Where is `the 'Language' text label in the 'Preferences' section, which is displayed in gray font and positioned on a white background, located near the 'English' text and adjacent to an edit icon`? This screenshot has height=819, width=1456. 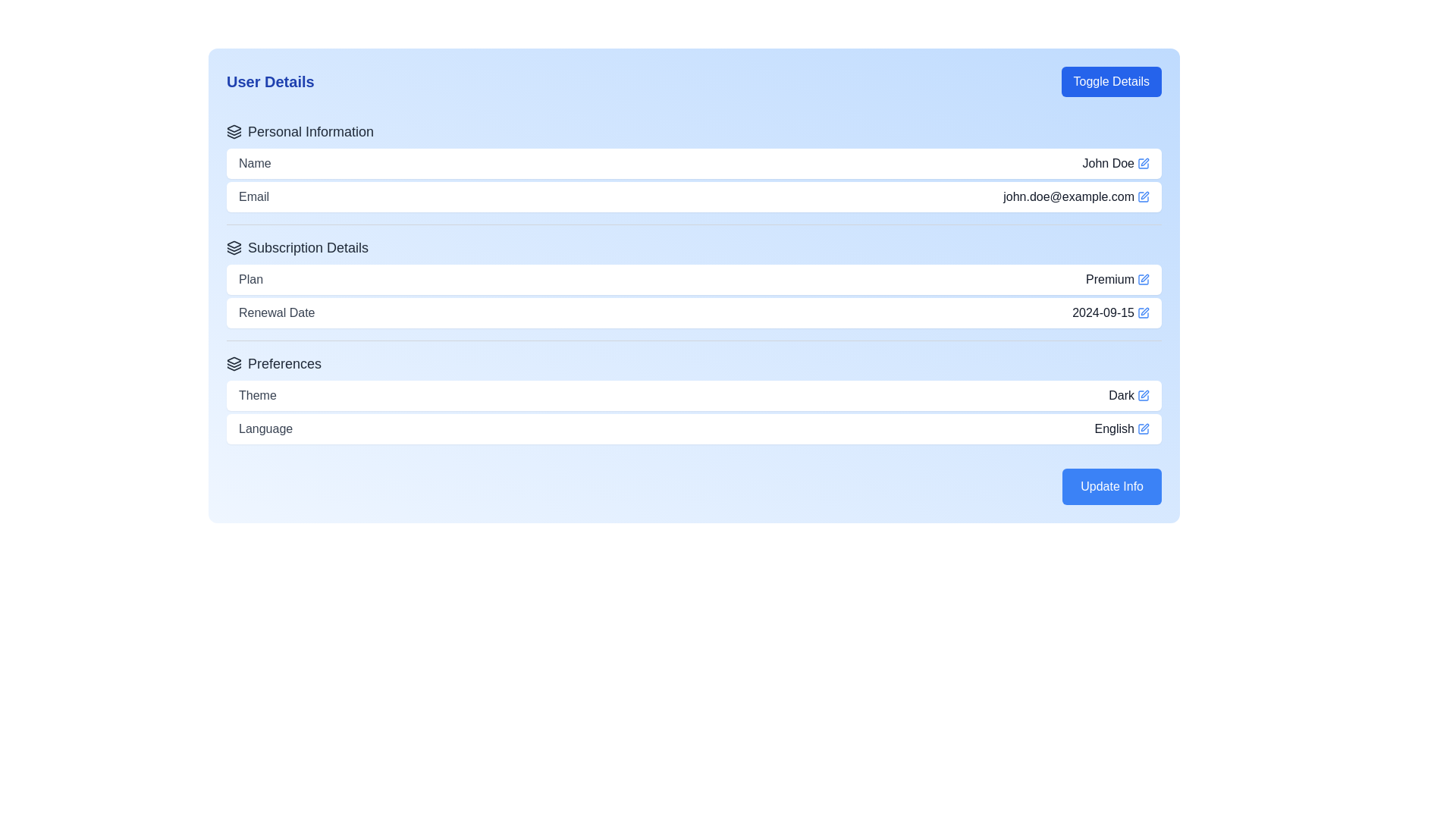 the 'Language' text label in the 'Preferences' section, which is displayed in gray font and positioned on a white background, located near the 'English' text and adjacent to an edit icon is located at coordinates (265, 429).